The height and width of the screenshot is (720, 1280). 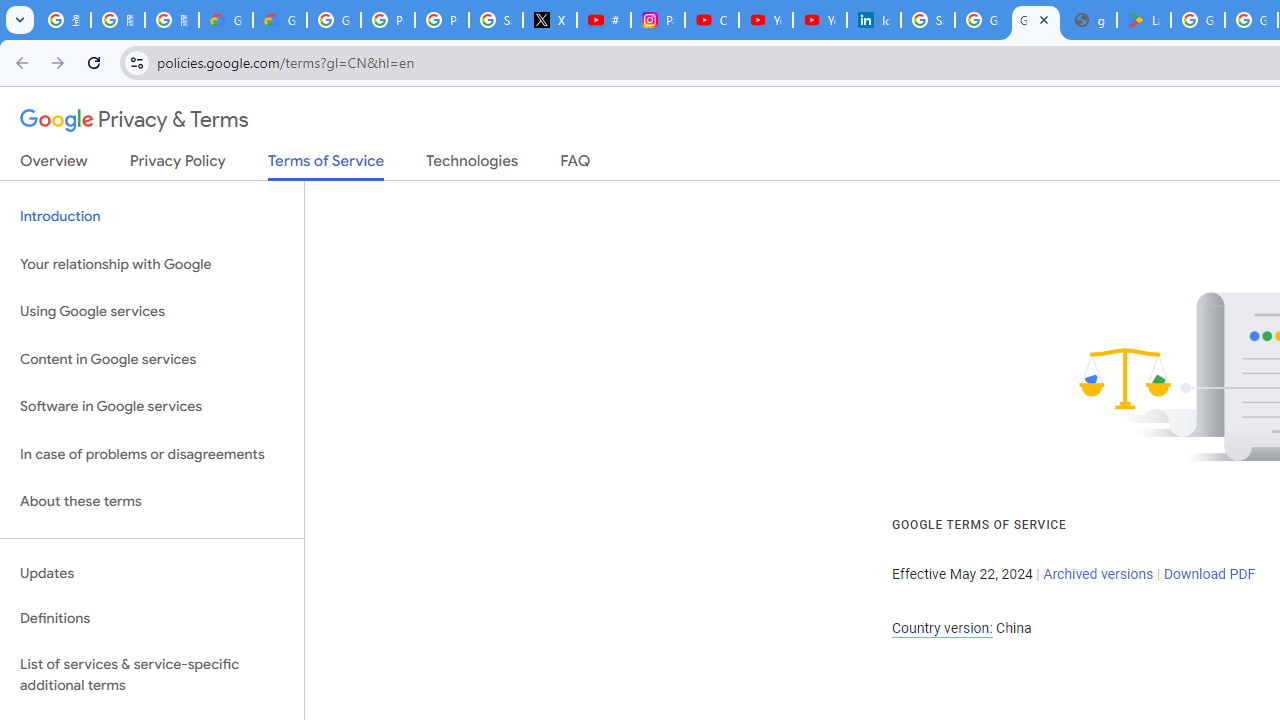 What do you see at coordinates (471, 164) in the screenshot?
I see `'Technologies'` at bounding box center [471, 164].